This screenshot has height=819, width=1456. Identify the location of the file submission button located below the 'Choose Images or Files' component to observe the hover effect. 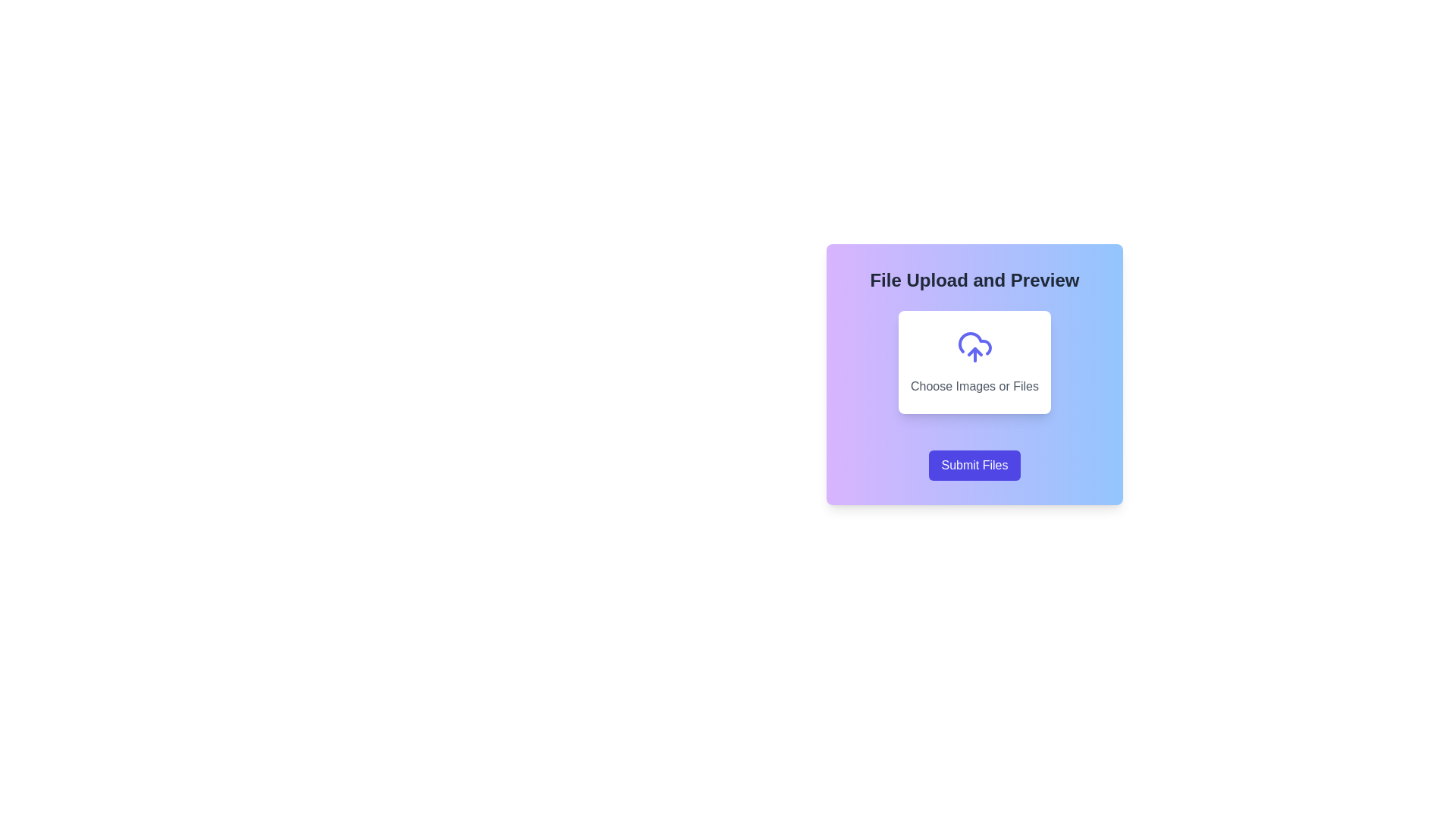
(974, 464).